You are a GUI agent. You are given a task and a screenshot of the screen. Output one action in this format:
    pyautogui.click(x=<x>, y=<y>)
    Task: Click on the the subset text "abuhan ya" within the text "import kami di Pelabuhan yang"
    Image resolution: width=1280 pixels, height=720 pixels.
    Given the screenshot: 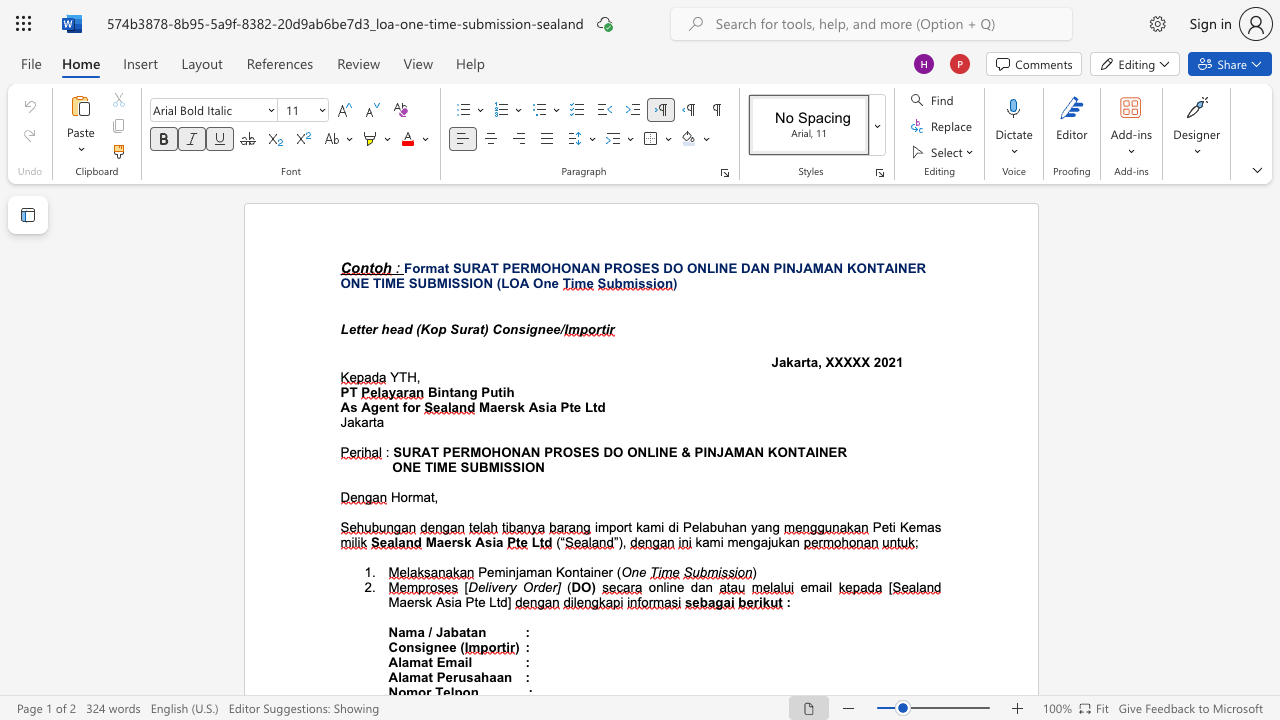 What is the action you would take?
    pyautogui.click(x=702, y=526)
    